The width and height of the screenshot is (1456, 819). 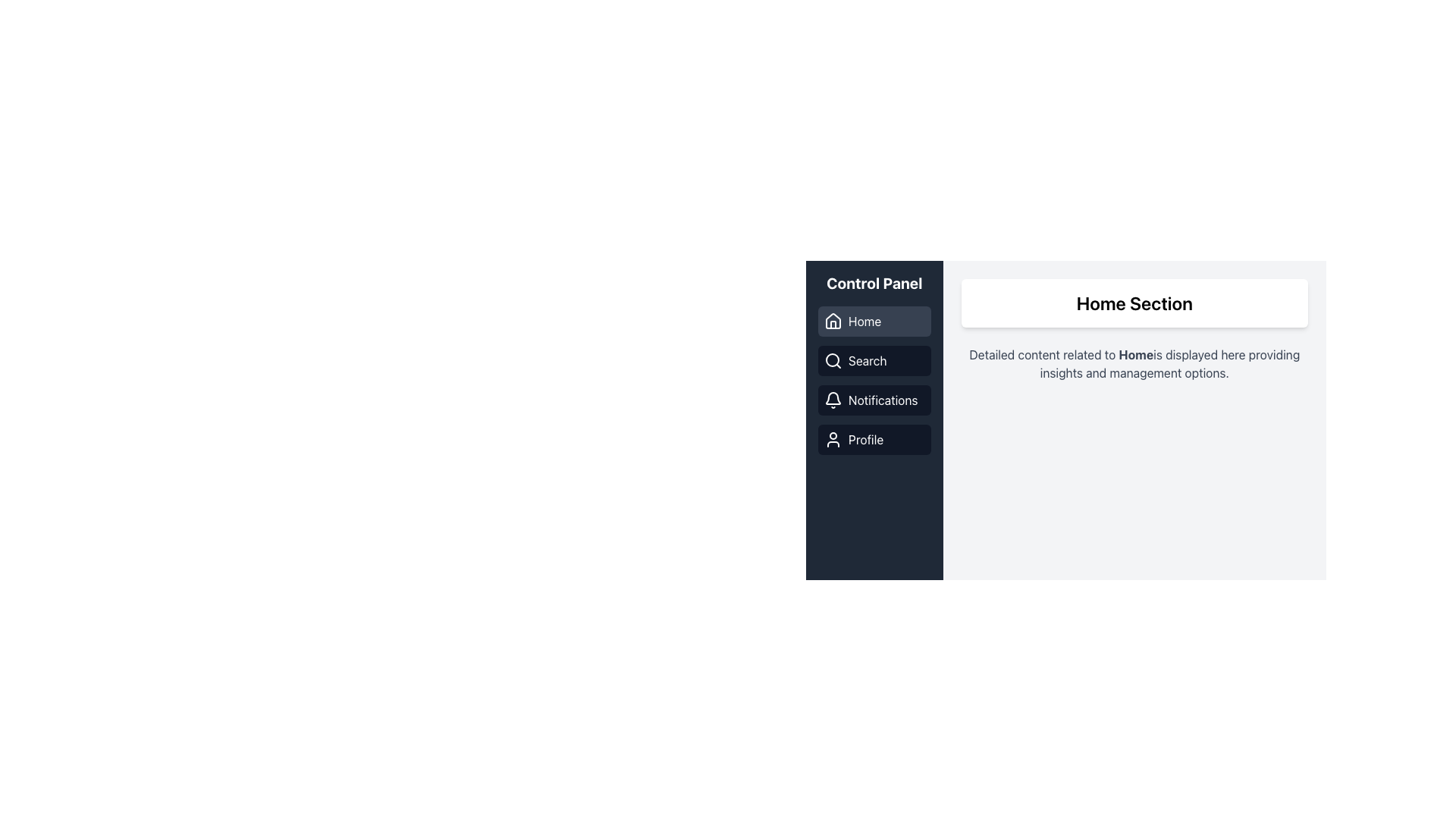 What do you see at coordinates (833, 320) in the screenshot?
I see `the 'Home' icon located in the left-side panel at the top of the navigation menu` at bounding box center [833, 320].